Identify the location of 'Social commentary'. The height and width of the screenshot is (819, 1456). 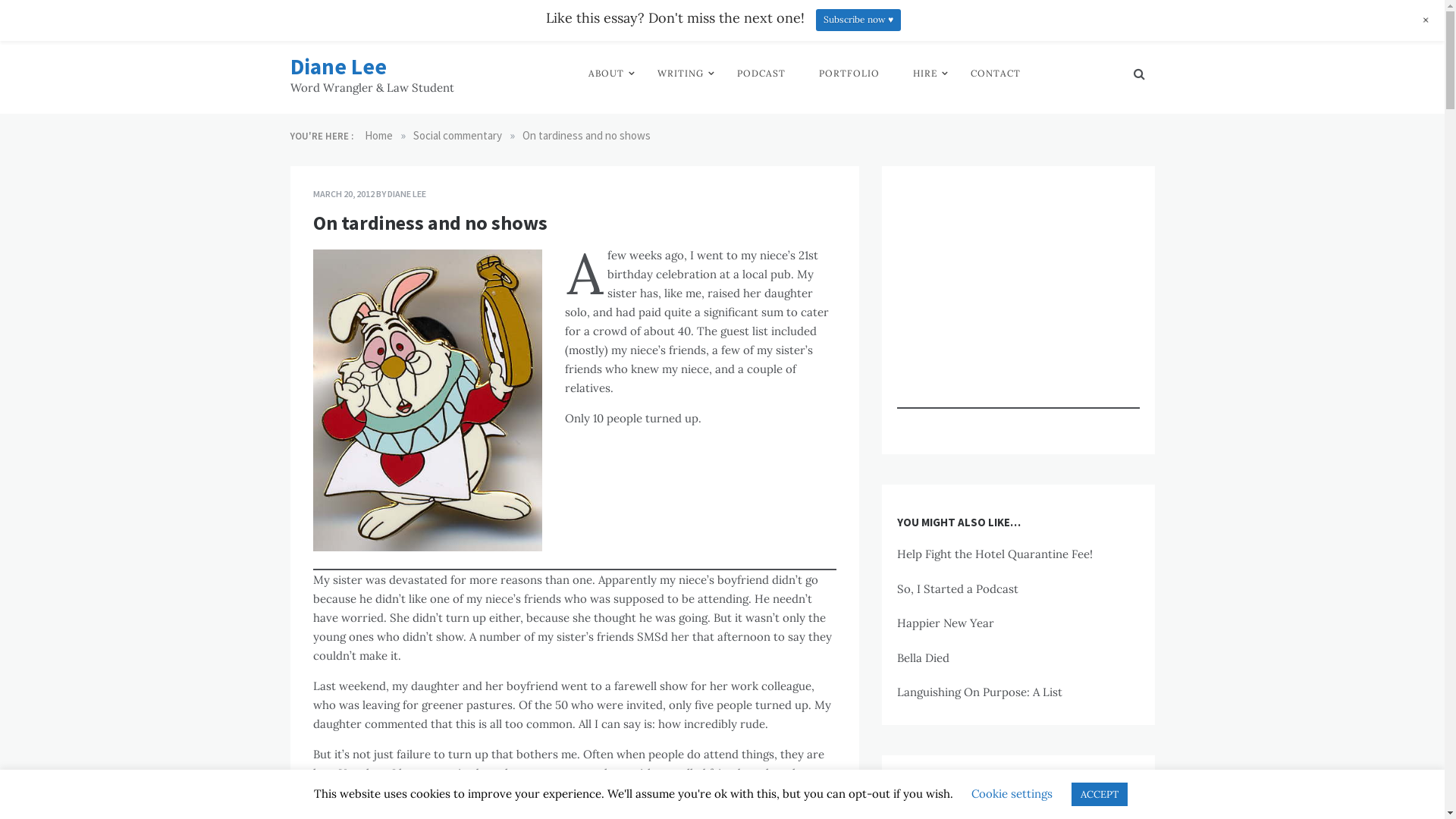
(412, 134).